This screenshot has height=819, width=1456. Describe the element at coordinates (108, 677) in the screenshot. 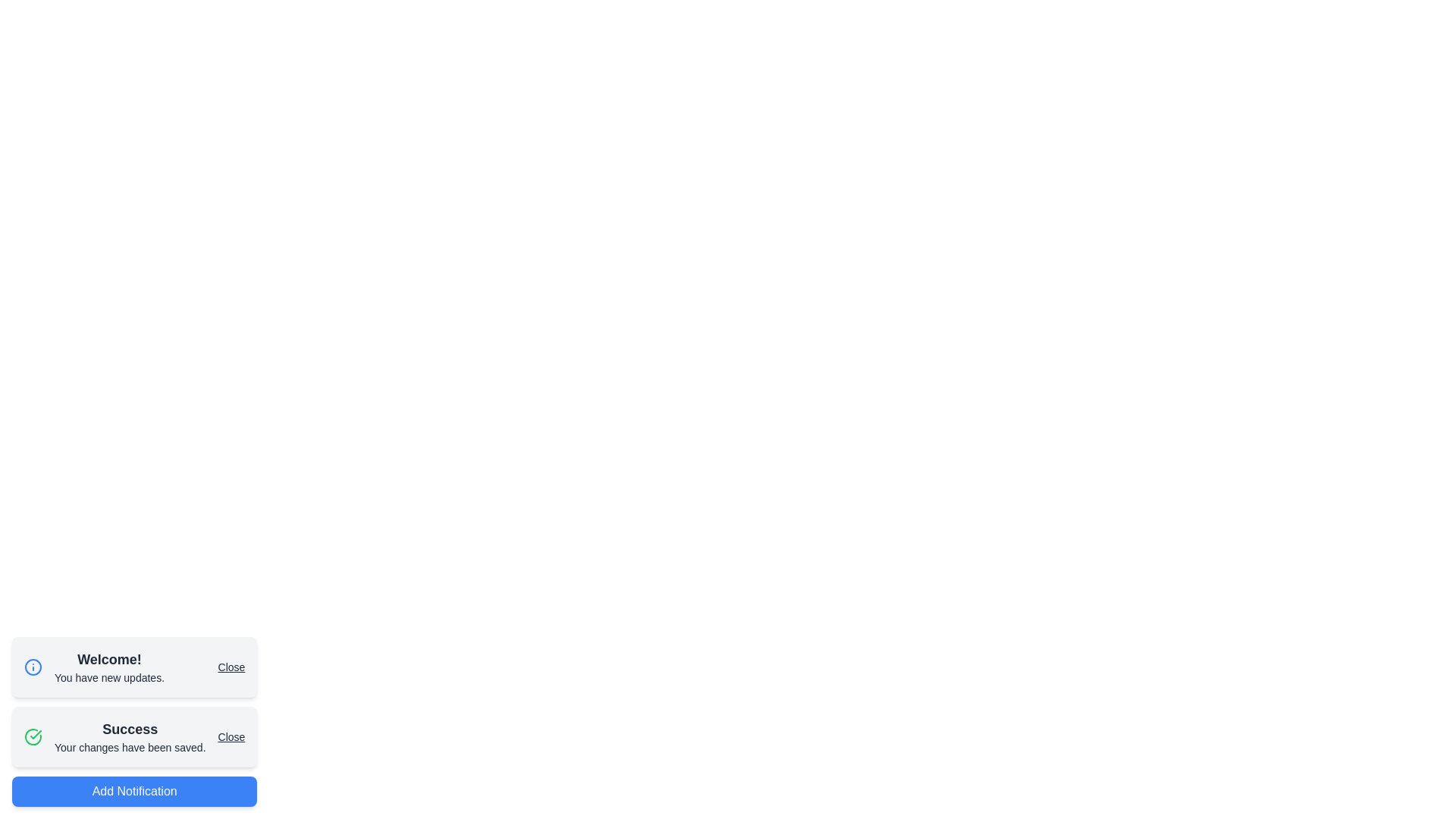

I see `the Text label that provides updates or changes, positioned below the 'Welcome!' text in the notification card` at that location.